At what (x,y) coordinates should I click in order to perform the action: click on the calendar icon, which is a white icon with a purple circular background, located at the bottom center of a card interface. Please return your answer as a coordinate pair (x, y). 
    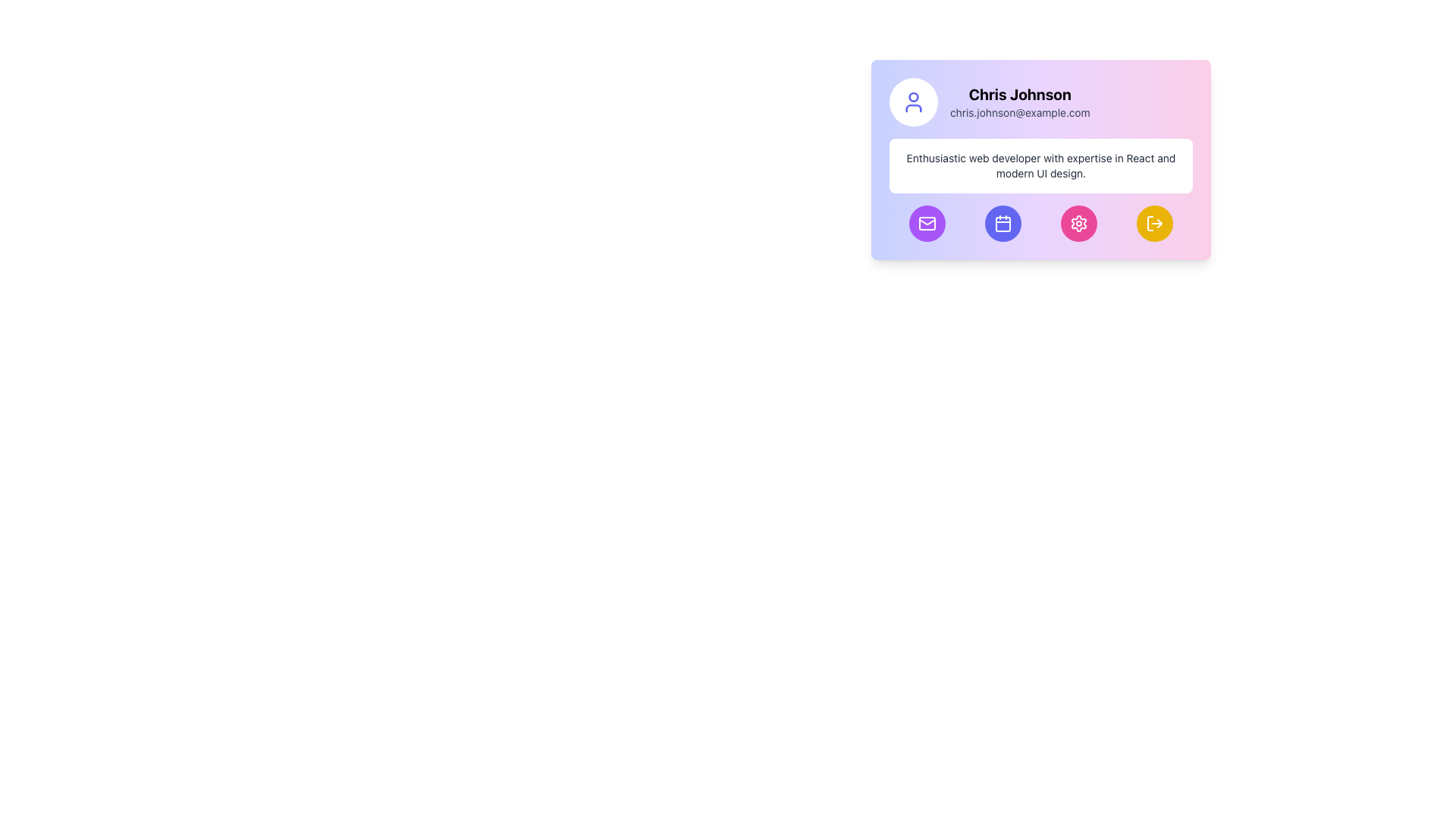
    Looking at the image, I should click on (1003, 223).